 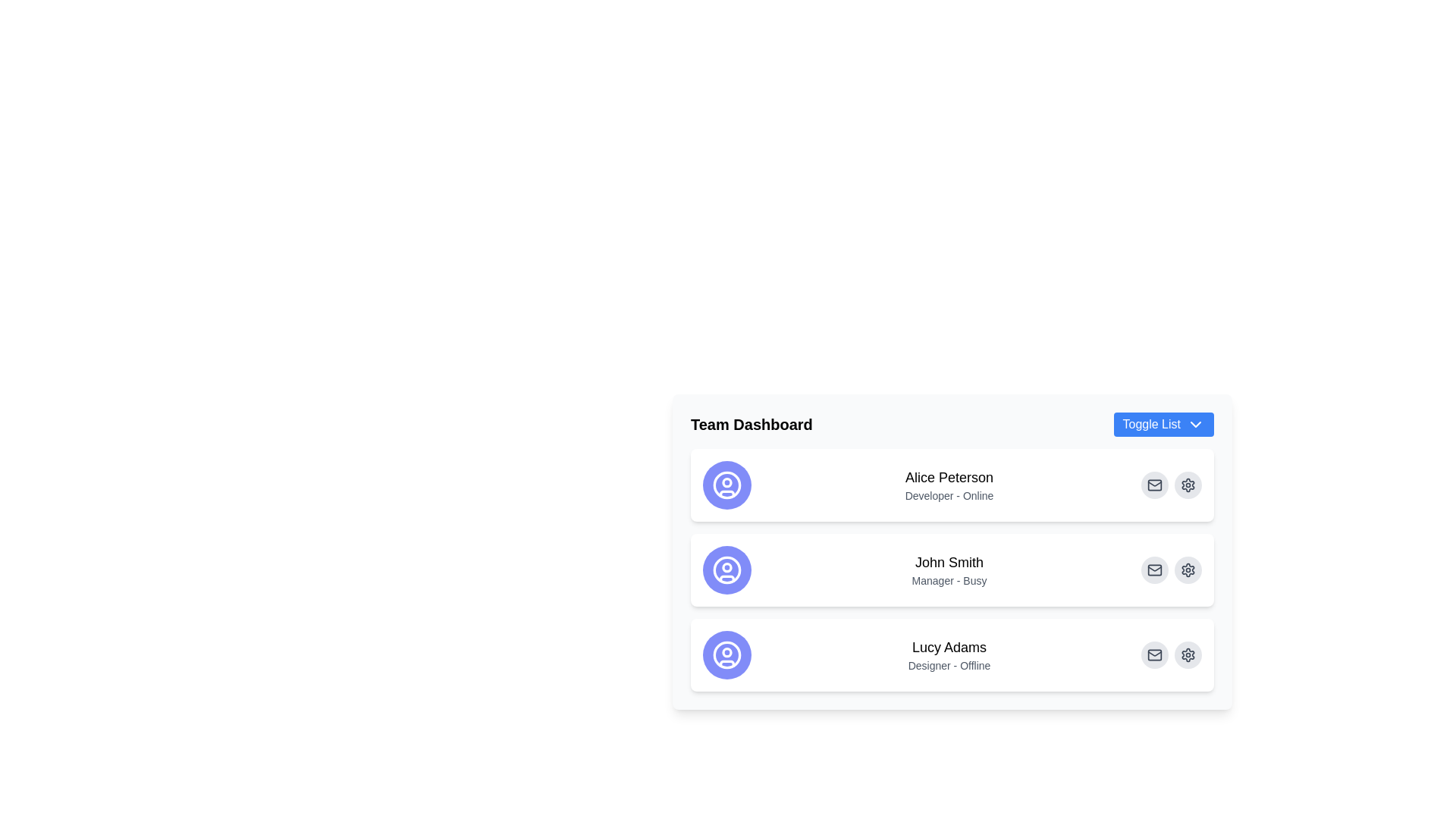 What do you see at coordinates (1153, 570) in the screenshot?
I see `the gray envelope-shaped icon located in the second row of user cards, to the right of 'John Smith'` at bounding box center [1153, 570].